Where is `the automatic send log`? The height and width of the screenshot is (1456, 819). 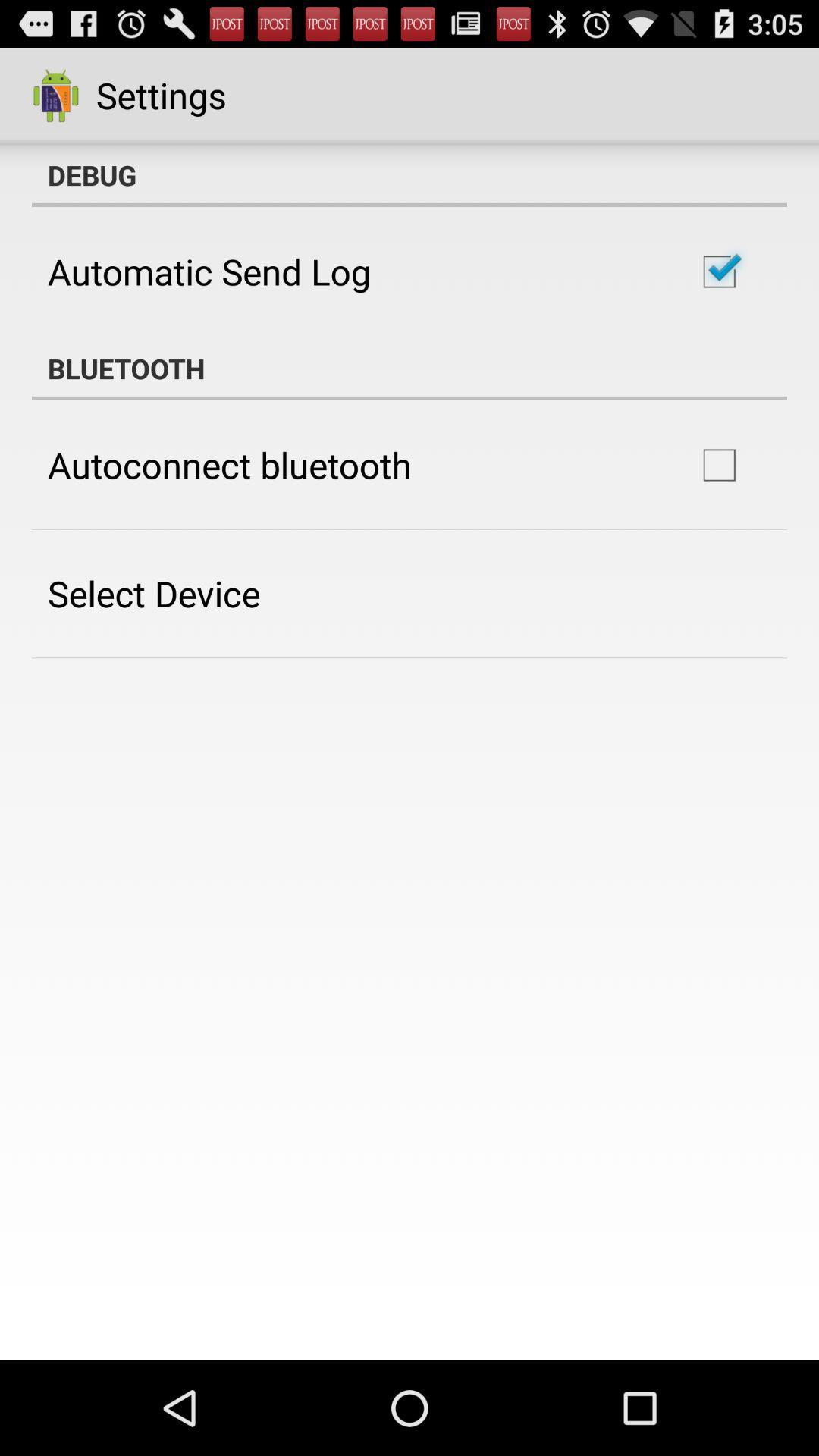
the automatic send log is located at coordinates (209, 271).